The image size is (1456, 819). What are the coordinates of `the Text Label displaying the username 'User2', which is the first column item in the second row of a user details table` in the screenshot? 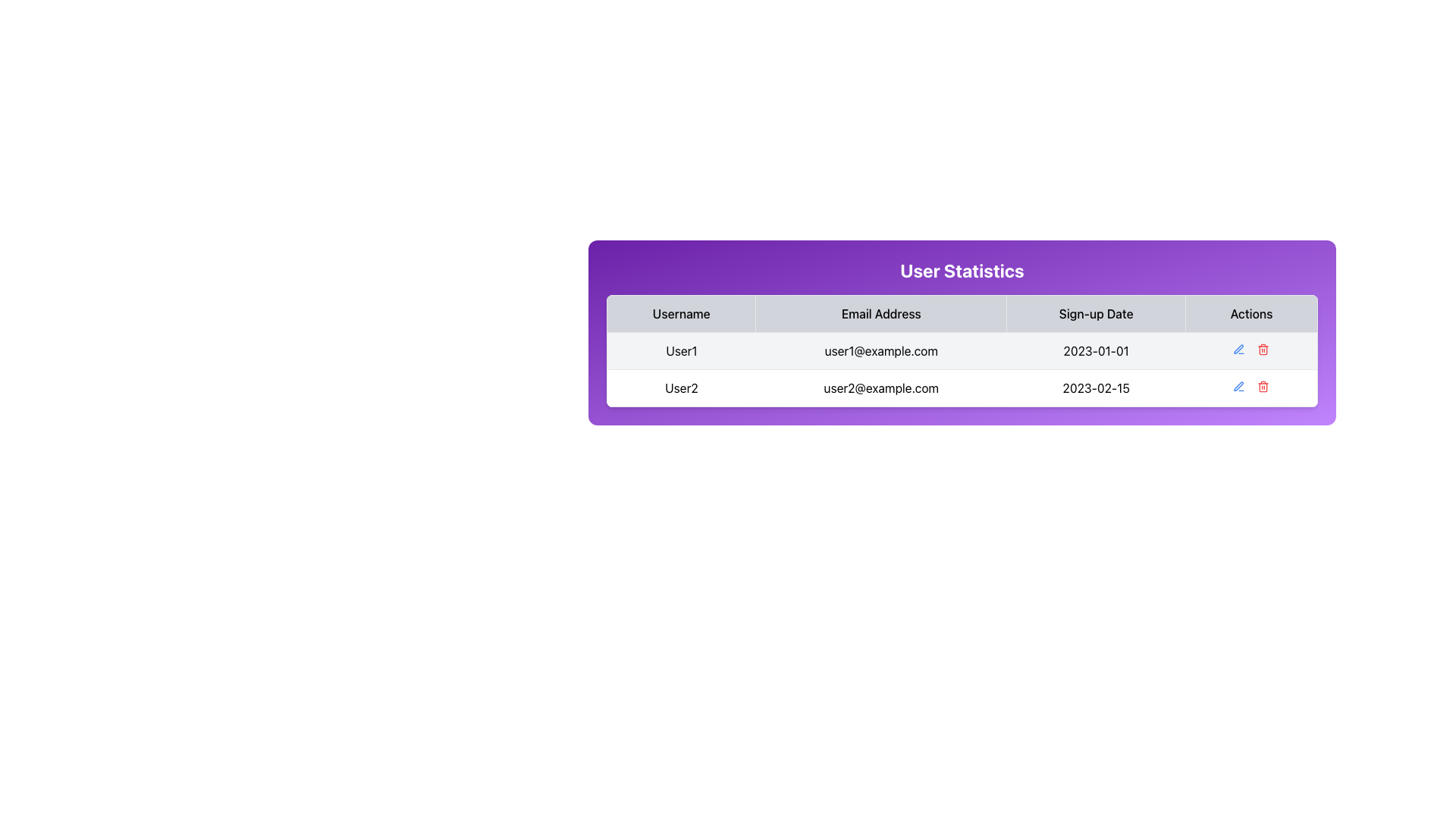 It's located at (680, 388).